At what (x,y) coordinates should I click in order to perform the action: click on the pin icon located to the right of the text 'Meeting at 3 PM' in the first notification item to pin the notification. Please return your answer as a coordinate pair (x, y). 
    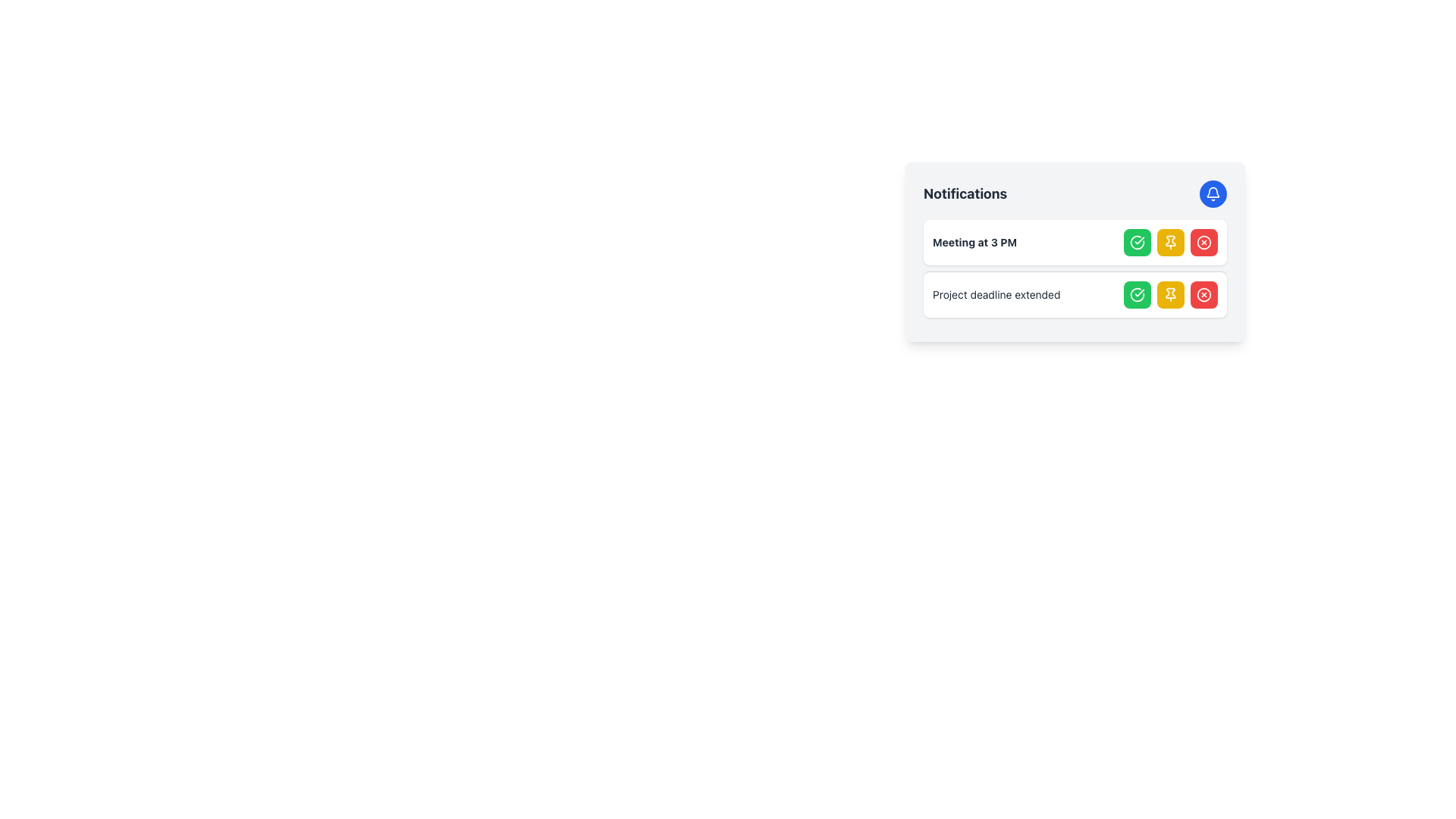
    Looking at the image, I should click on (1170, 239).